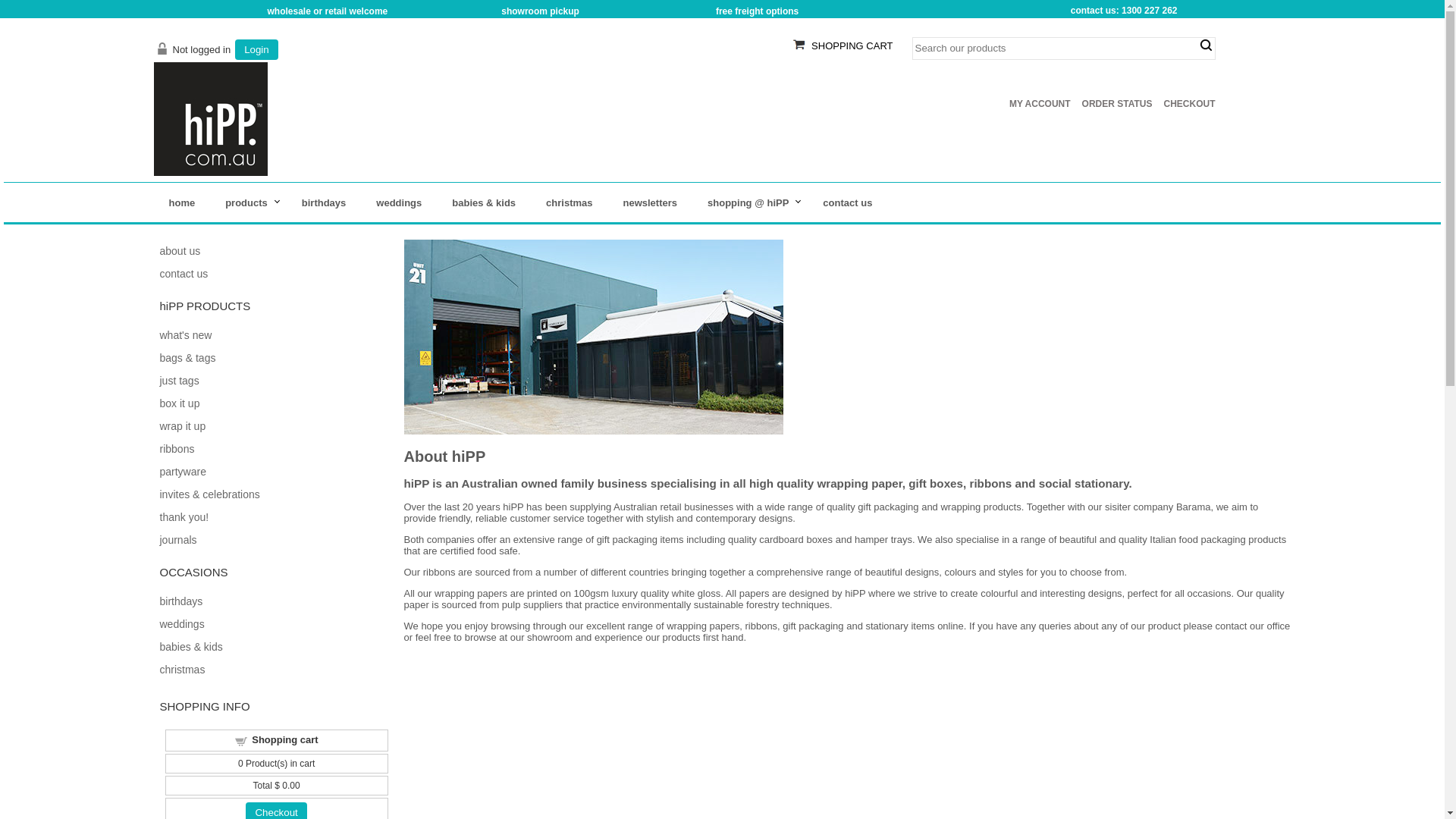 Image resolution: width=1456 pixels, height=819 pixels. Describe the element at coordinates (184, 334) in the screenshot. I see `'what's new'` at that location.